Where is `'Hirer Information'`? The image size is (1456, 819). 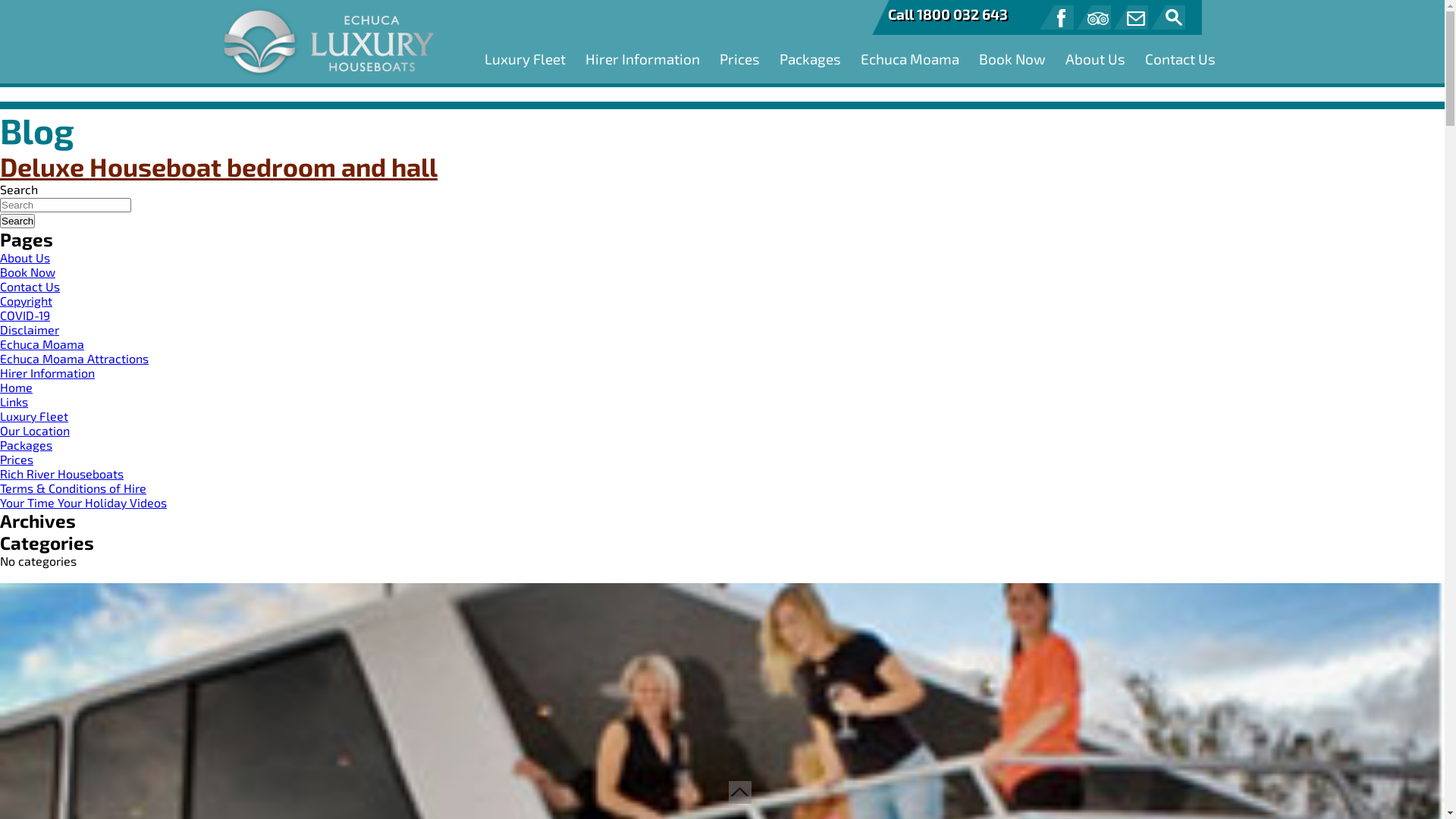 'Hirer Information' is located at coordinates (47, 372).